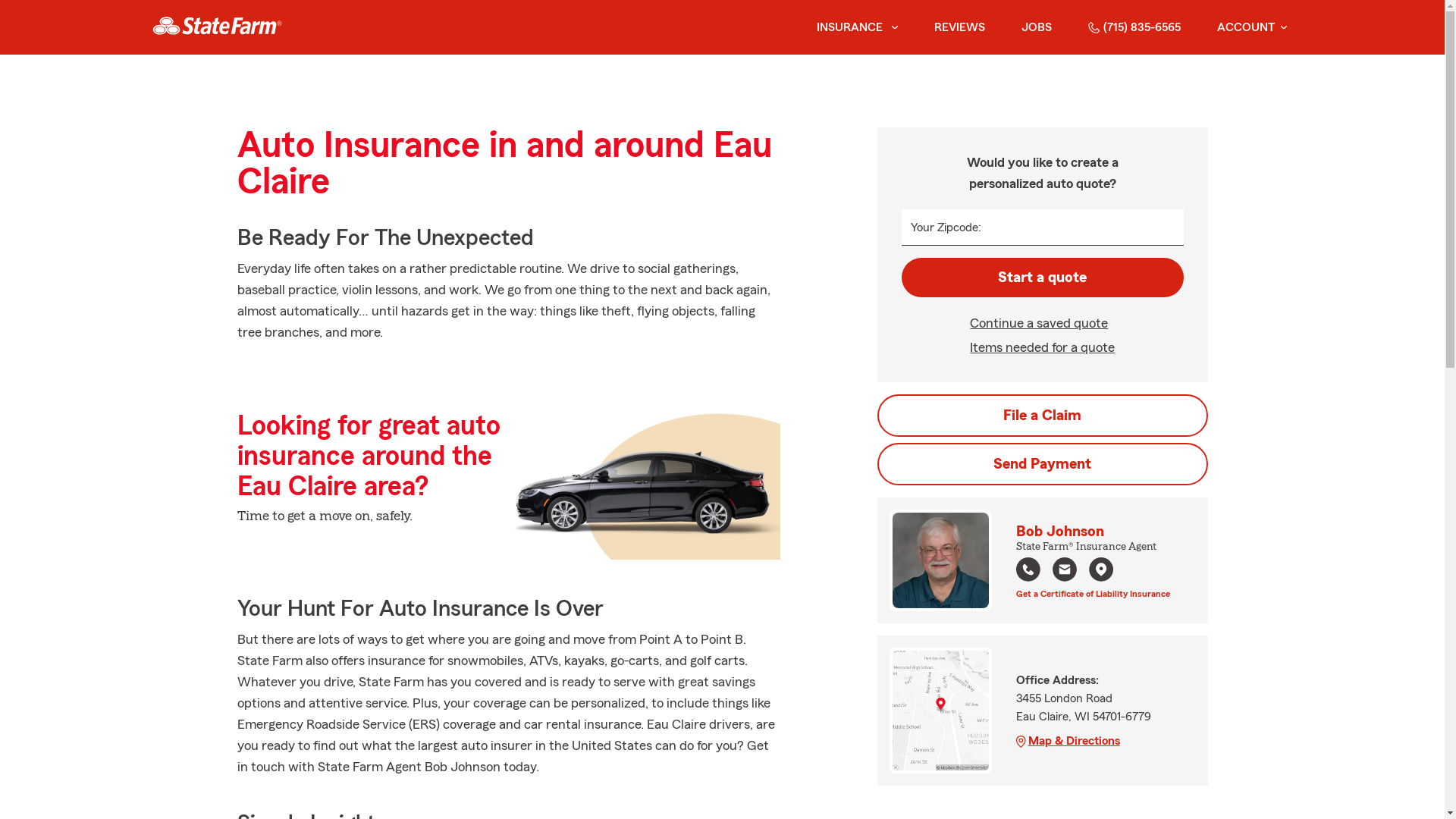 The width and height of the screenshot is (1456, 819). Describe the element at coordinates (1041, 463) in the screenshot. I see `'Send Payment'` at that location.